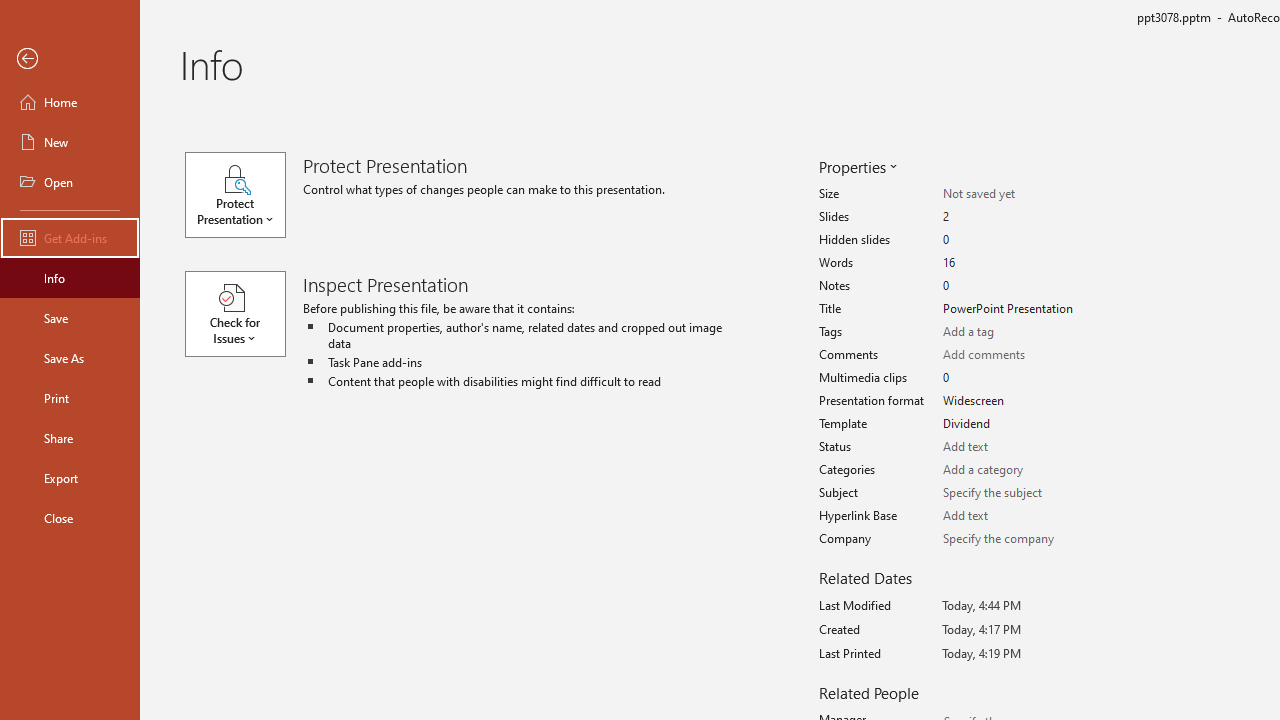  What do you see at coordinates (1012, 262) in the screenshot?
I see `'Words'` at bounding box center [1012, 262].